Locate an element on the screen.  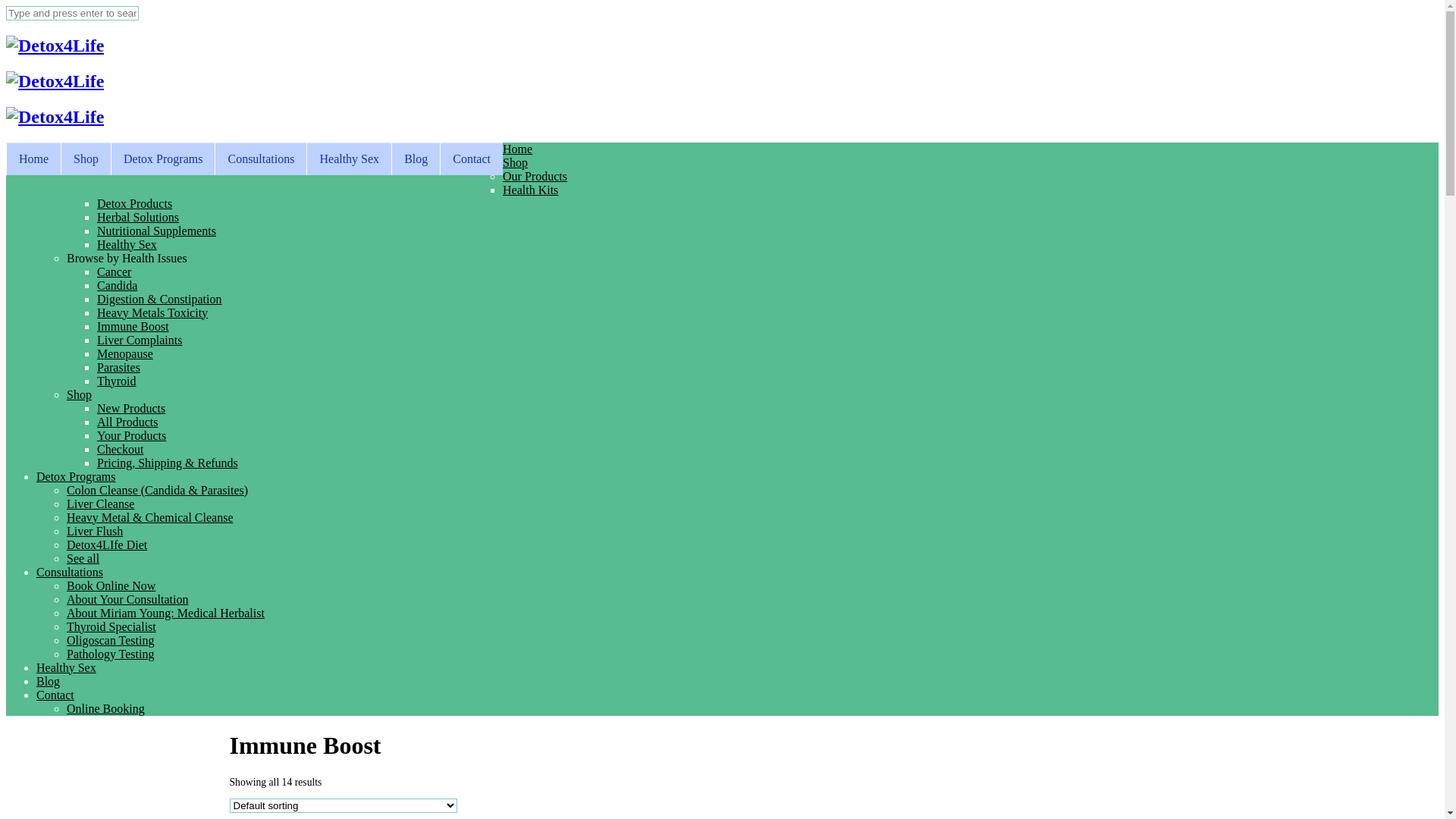
'Menopause' is located at coordinates (124, 353).